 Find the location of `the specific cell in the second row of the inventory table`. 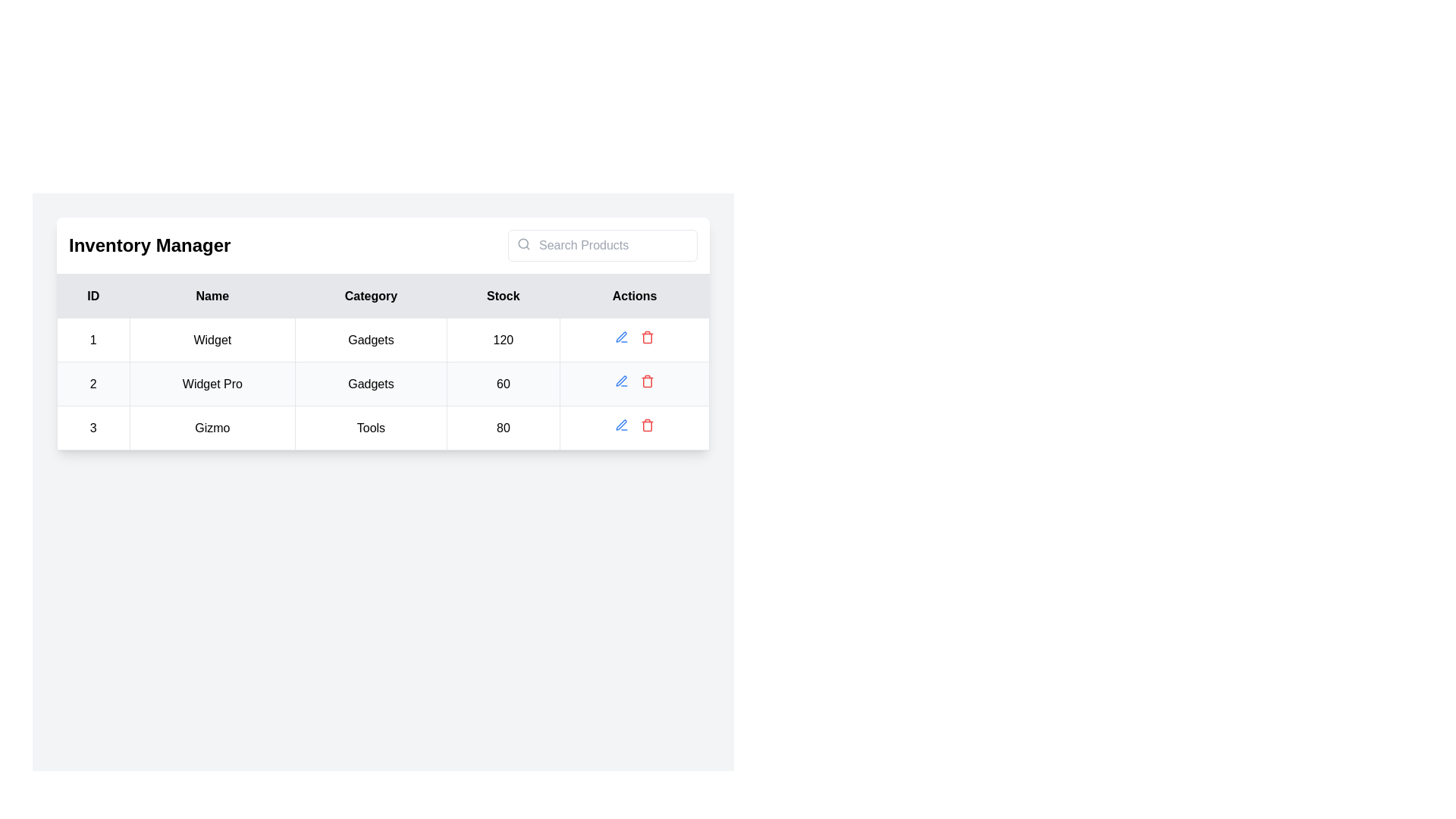

the specific cell in the second row of the inventory table is located at coordinates (383, 383).